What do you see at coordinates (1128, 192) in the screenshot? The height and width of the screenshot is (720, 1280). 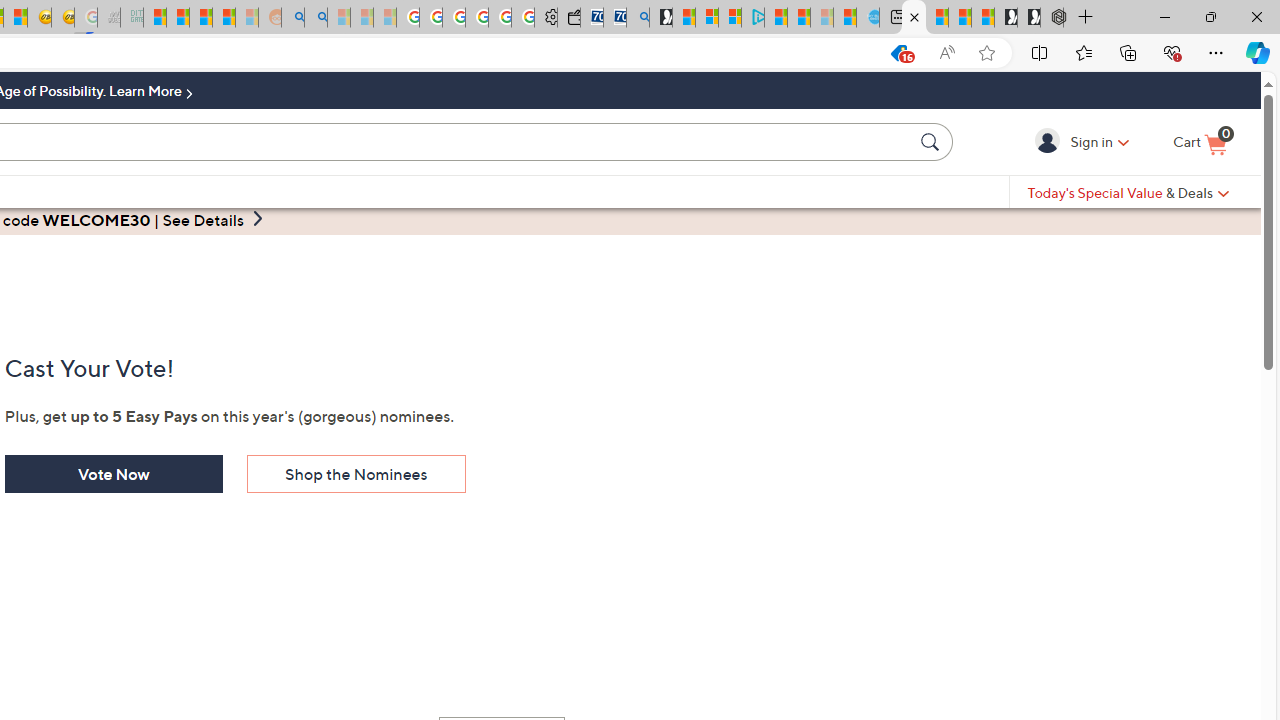 I see `'Today'` at bounding box center [1128, 192].